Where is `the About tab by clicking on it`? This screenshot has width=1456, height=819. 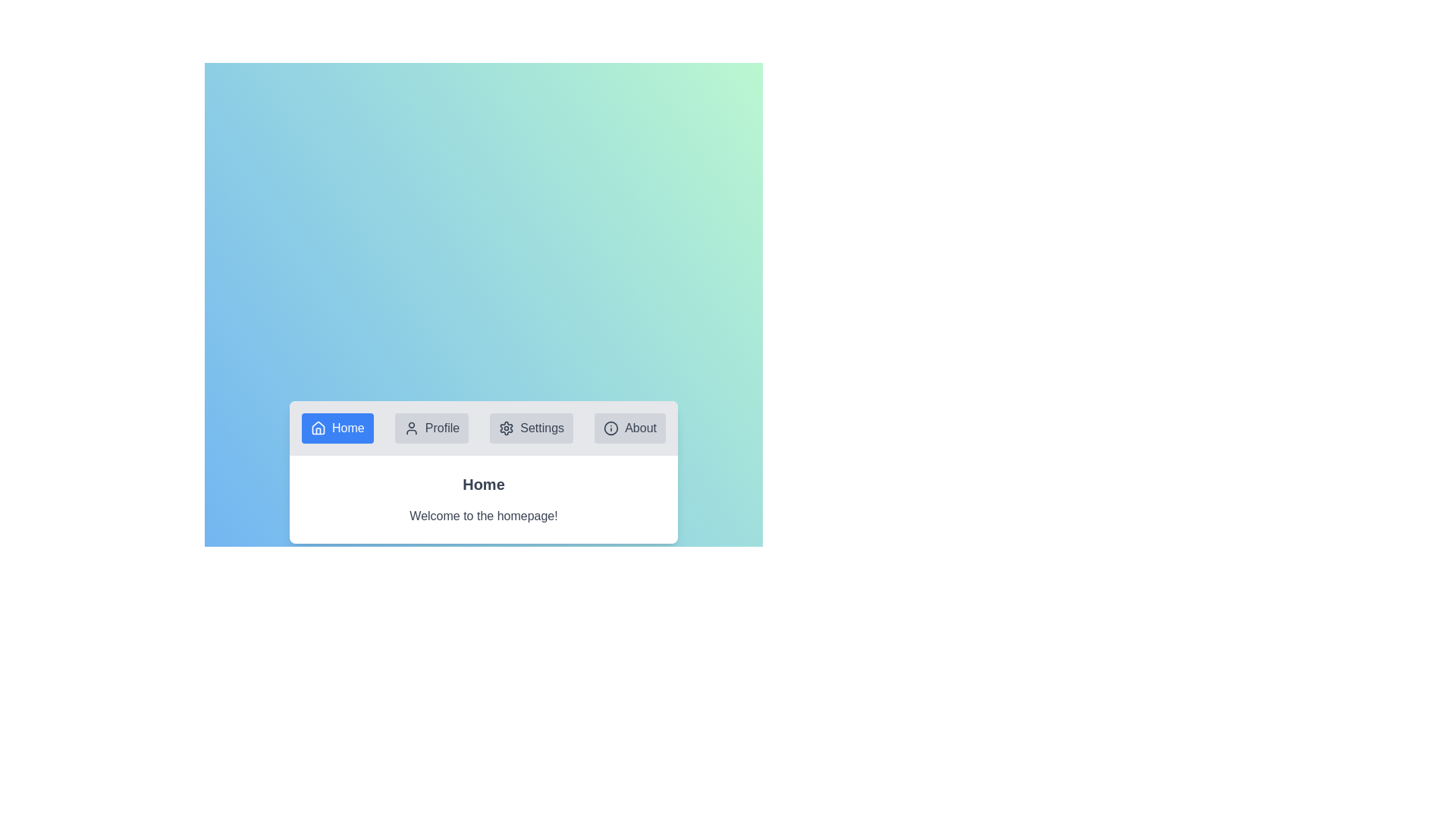
the About tab by clicking on it is located at coordinates (630, 428).